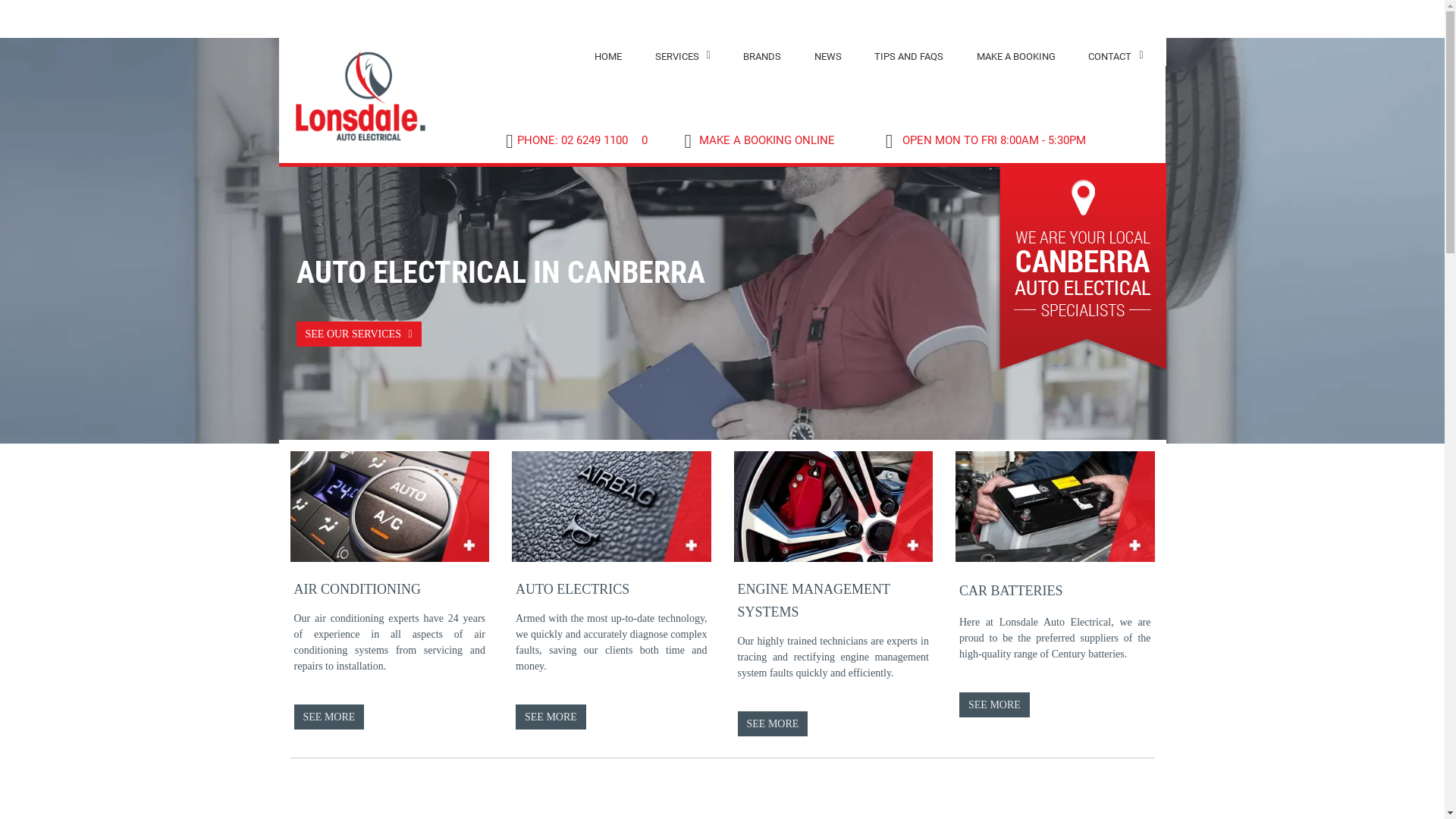  I want to click on 'NEWS', so click(827, 55).